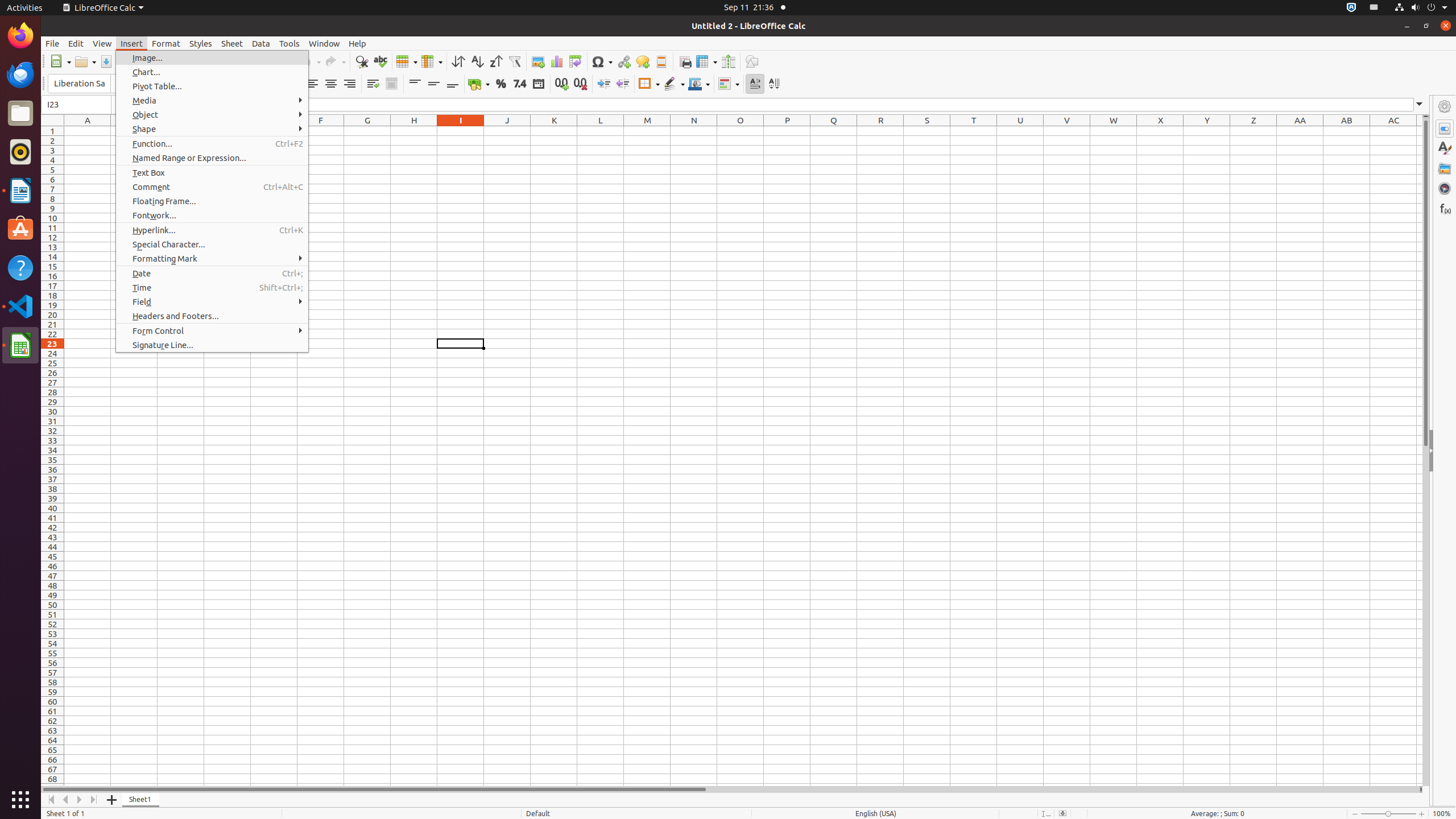  What do you see at coordinates (647, 130) in the screenshot?
I see `'M1'` at bounding box center [647, 130].